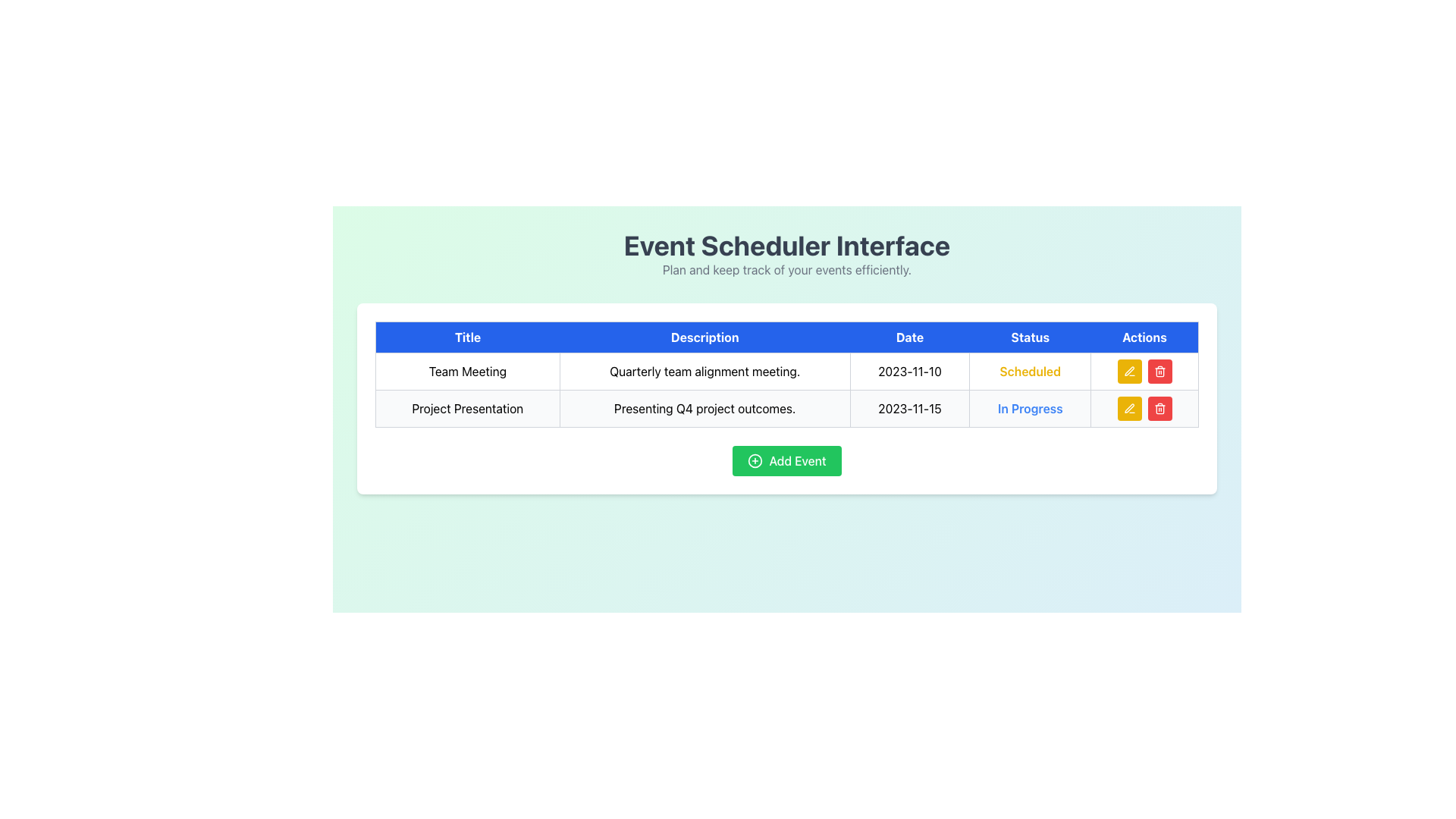 This screenshot has width=1456, height=819. What do you see at coordinates (1159, 371) in the screenshot?
I see `the trash bin icon button, which is red in color and located under the 'Actions' column in the second row of the table view` at bounding box center [1159, 371].